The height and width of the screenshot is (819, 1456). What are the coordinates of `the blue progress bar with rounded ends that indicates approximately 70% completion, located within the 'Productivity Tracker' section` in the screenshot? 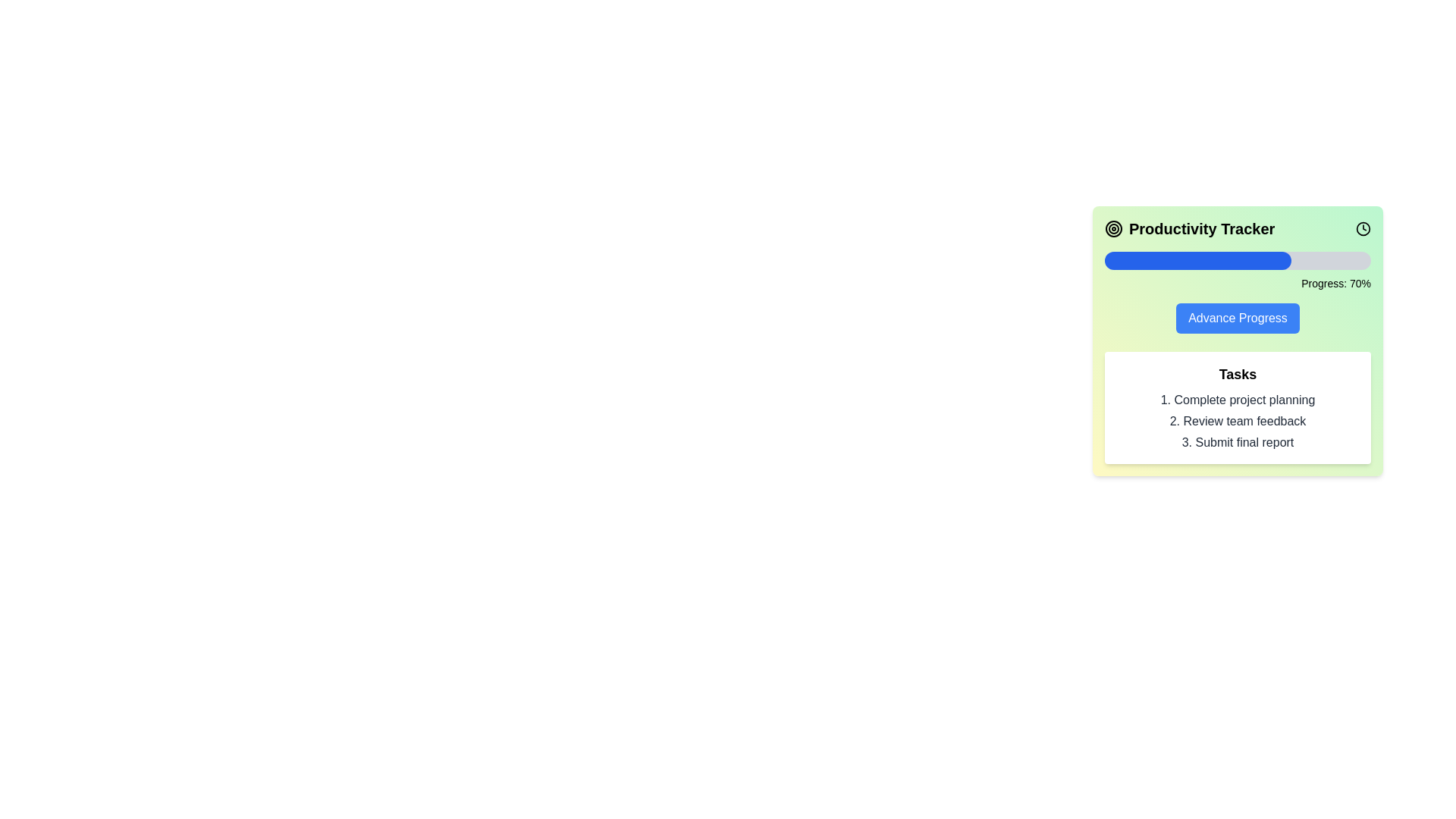 It's located at (1197, 259).